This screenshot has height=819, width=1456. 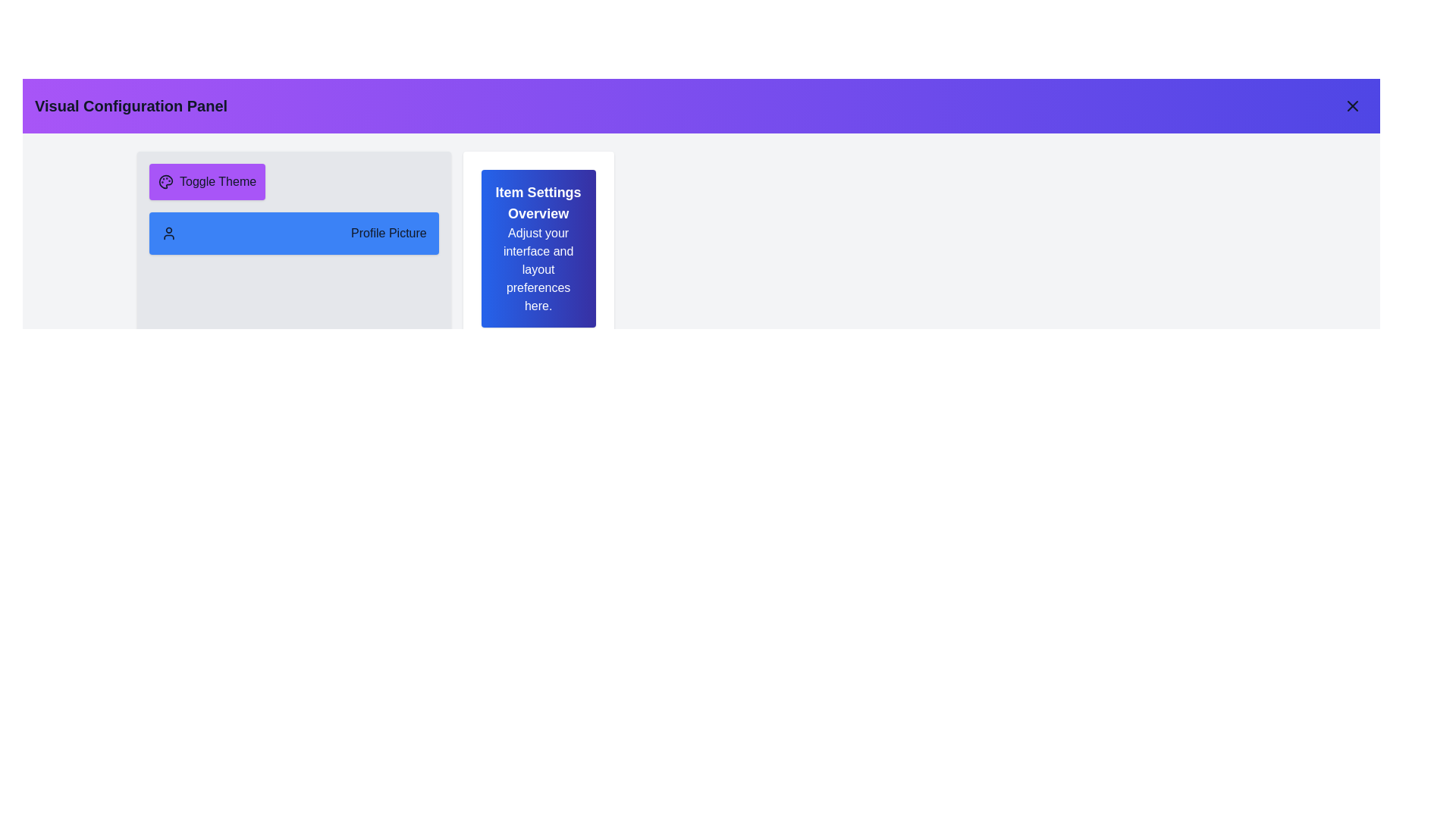 I want to click on the user icon, which is a circular head and shoulders figure with a black outline, located in the top left corner of the 'Profile Picture' section, so click(x=168, y=234).